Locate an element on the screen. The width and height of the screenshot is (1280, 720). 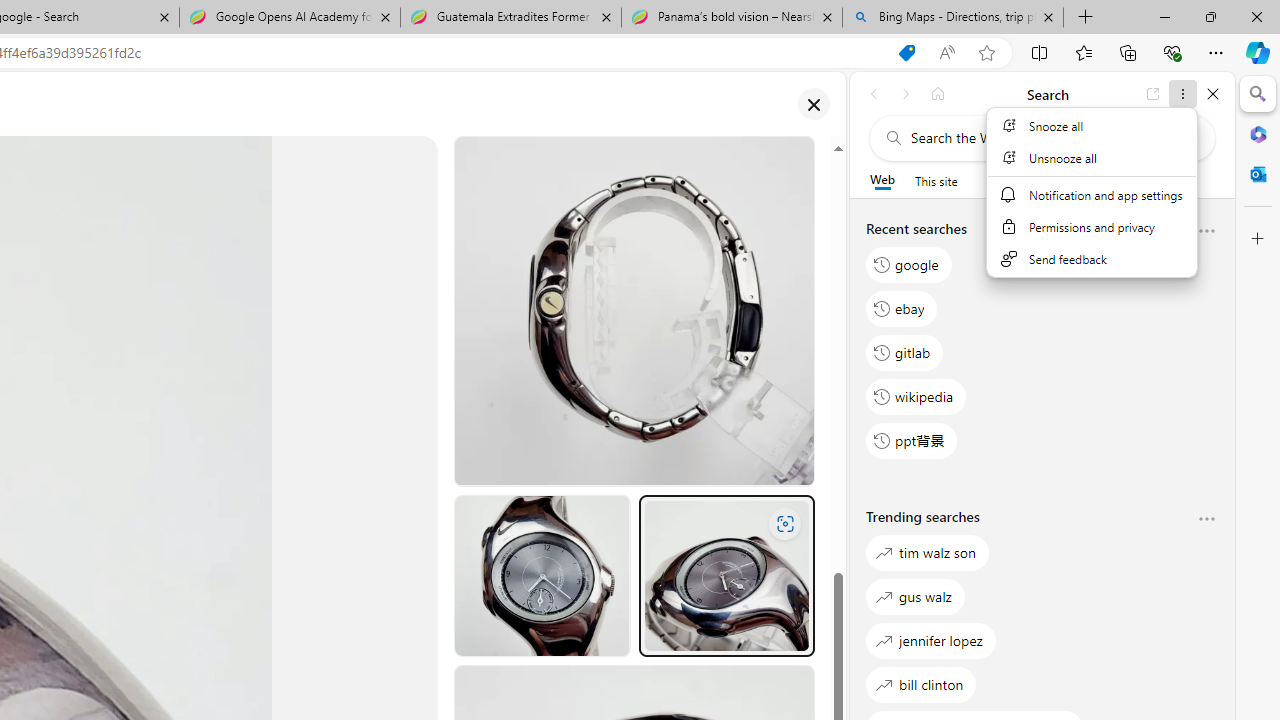
'Forward' is located at coordinates (905, 93).